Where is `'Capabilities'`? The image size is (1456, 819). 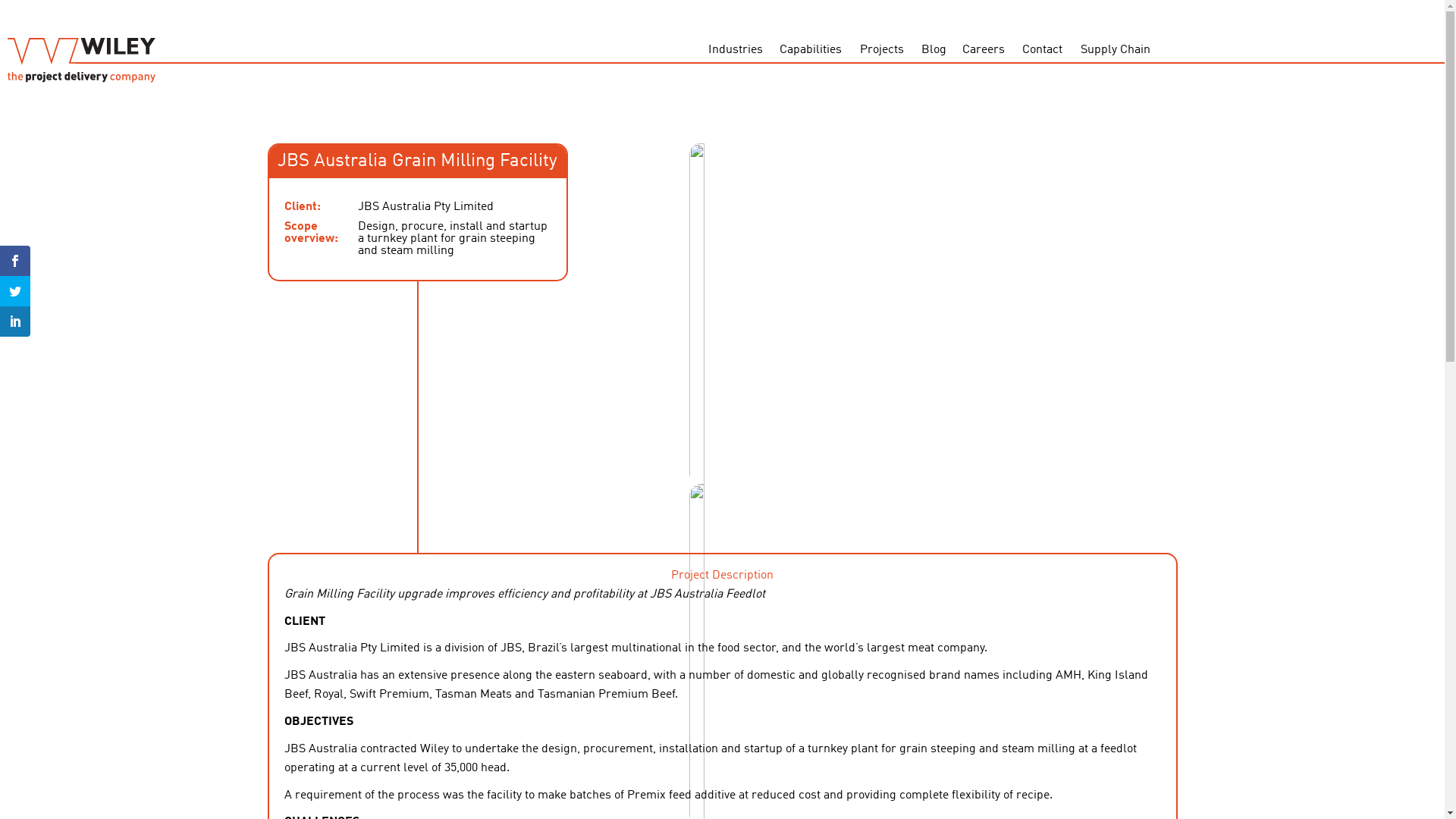
'Capabilities' is located at coordinates (771, 49).